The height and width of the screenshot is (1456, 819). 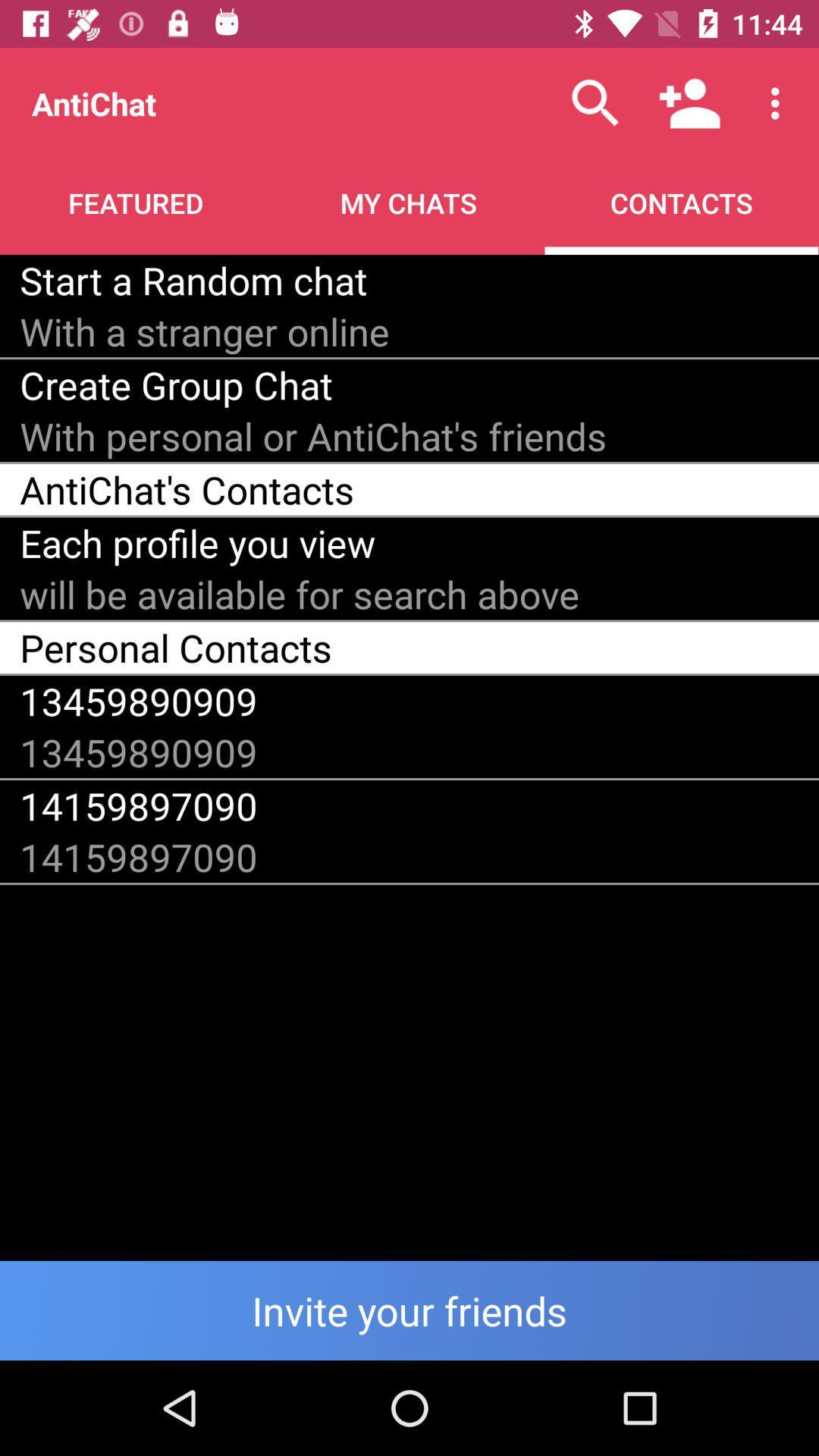 What do you see at coordinates (175, 384) in the screenshot?
I see `create group chat icon` at bounding box center [175, 384].